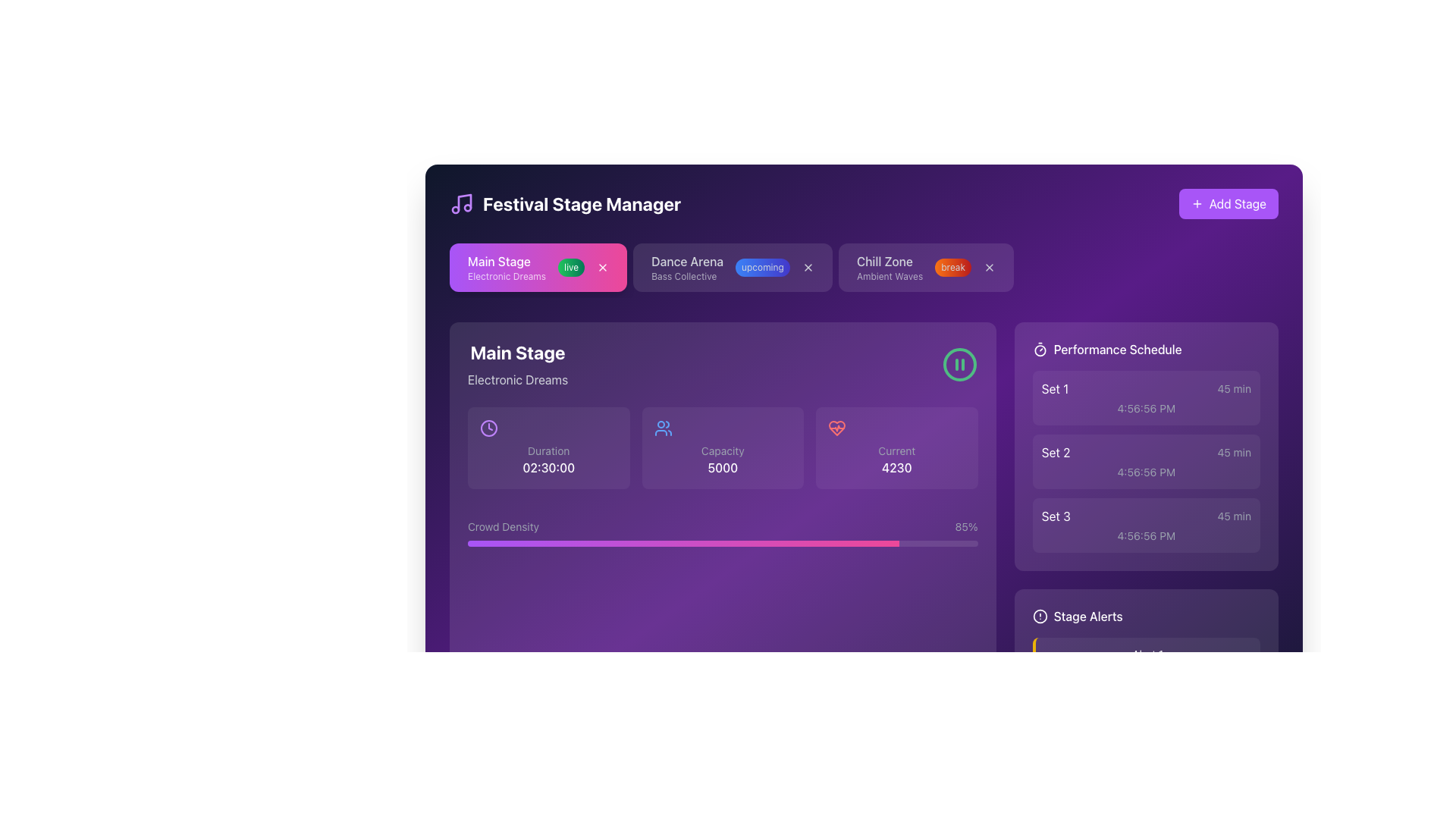 Image resolution: width=1456 pixels, height=819 pixels. I want to click on the icon associated with the 'Add Stage' button for accessibility navigation, so click(1196, 203).